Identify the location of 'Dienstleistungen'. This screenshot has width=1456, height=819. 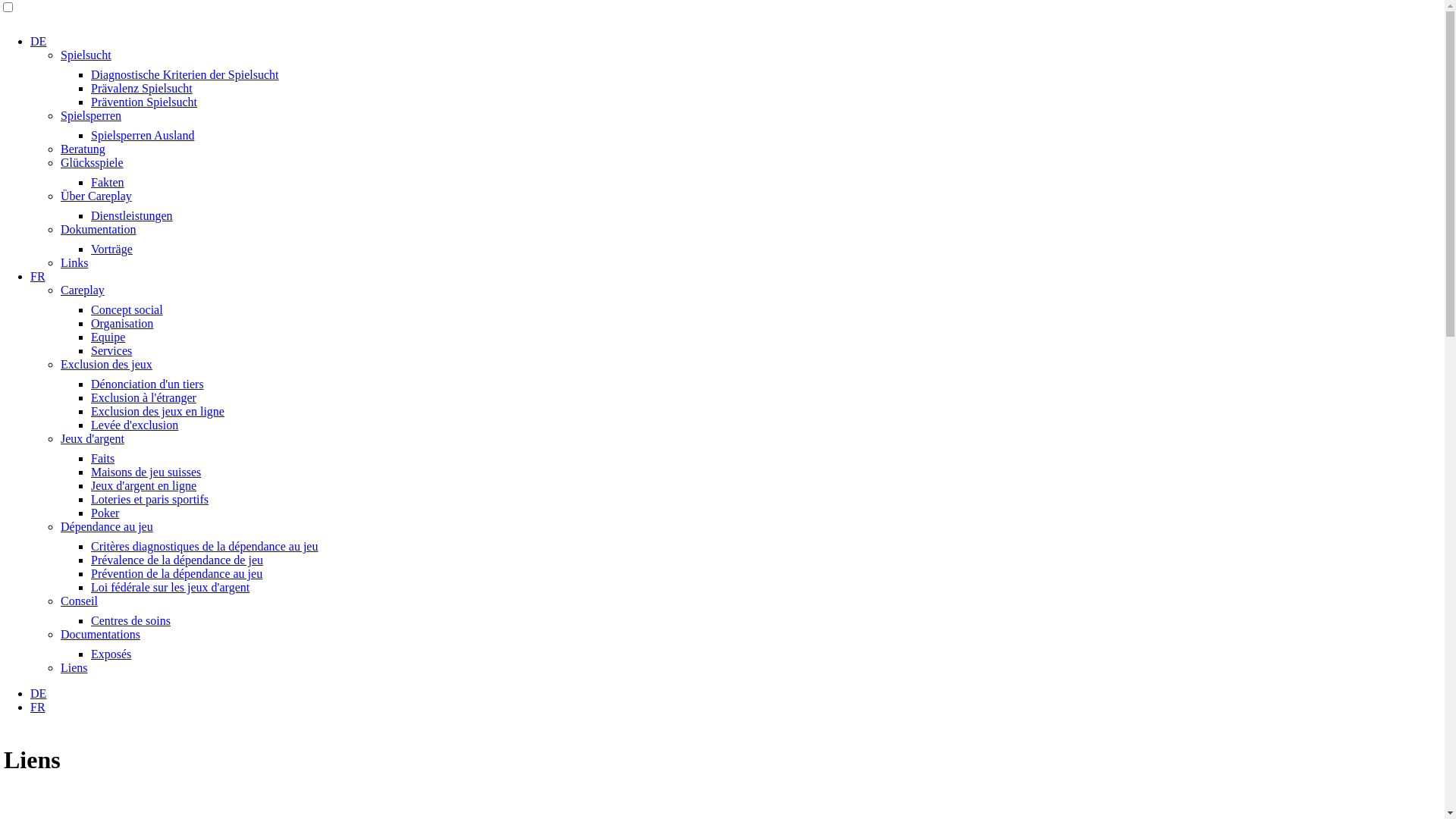
(131, 215).